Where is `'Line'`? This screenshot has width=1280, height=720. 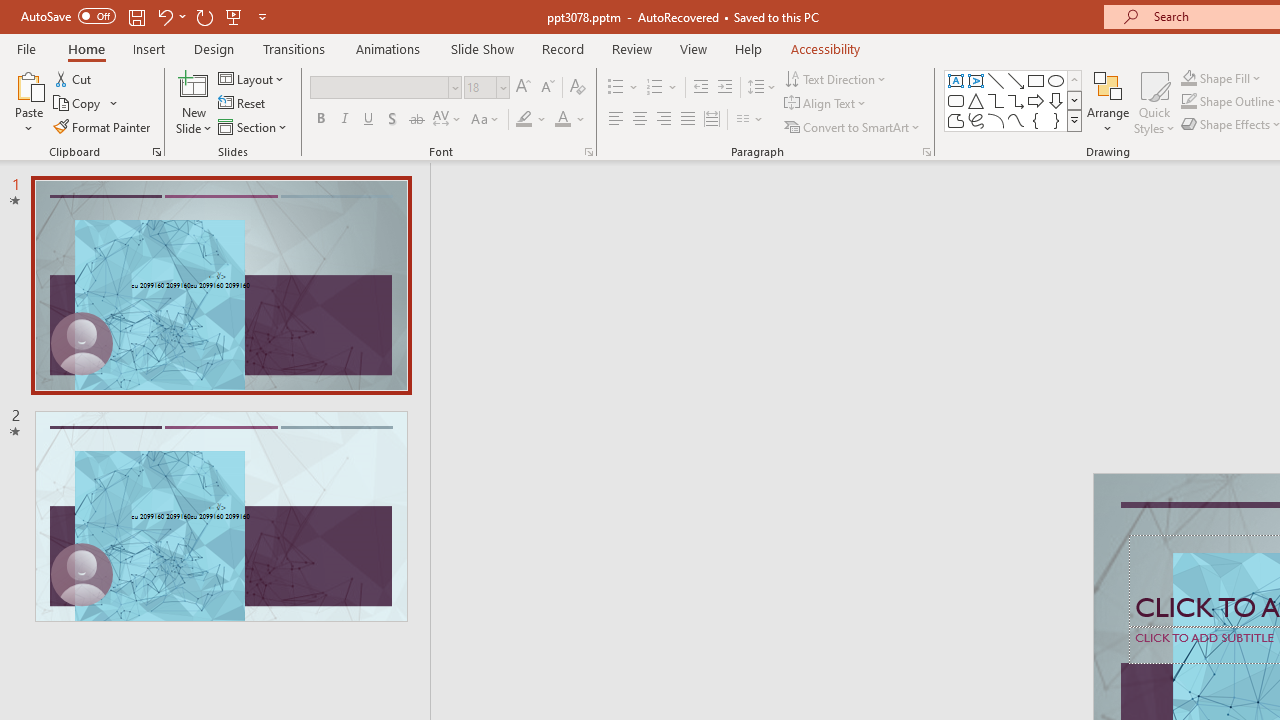 'Line' is located at coordinates (995, 80).